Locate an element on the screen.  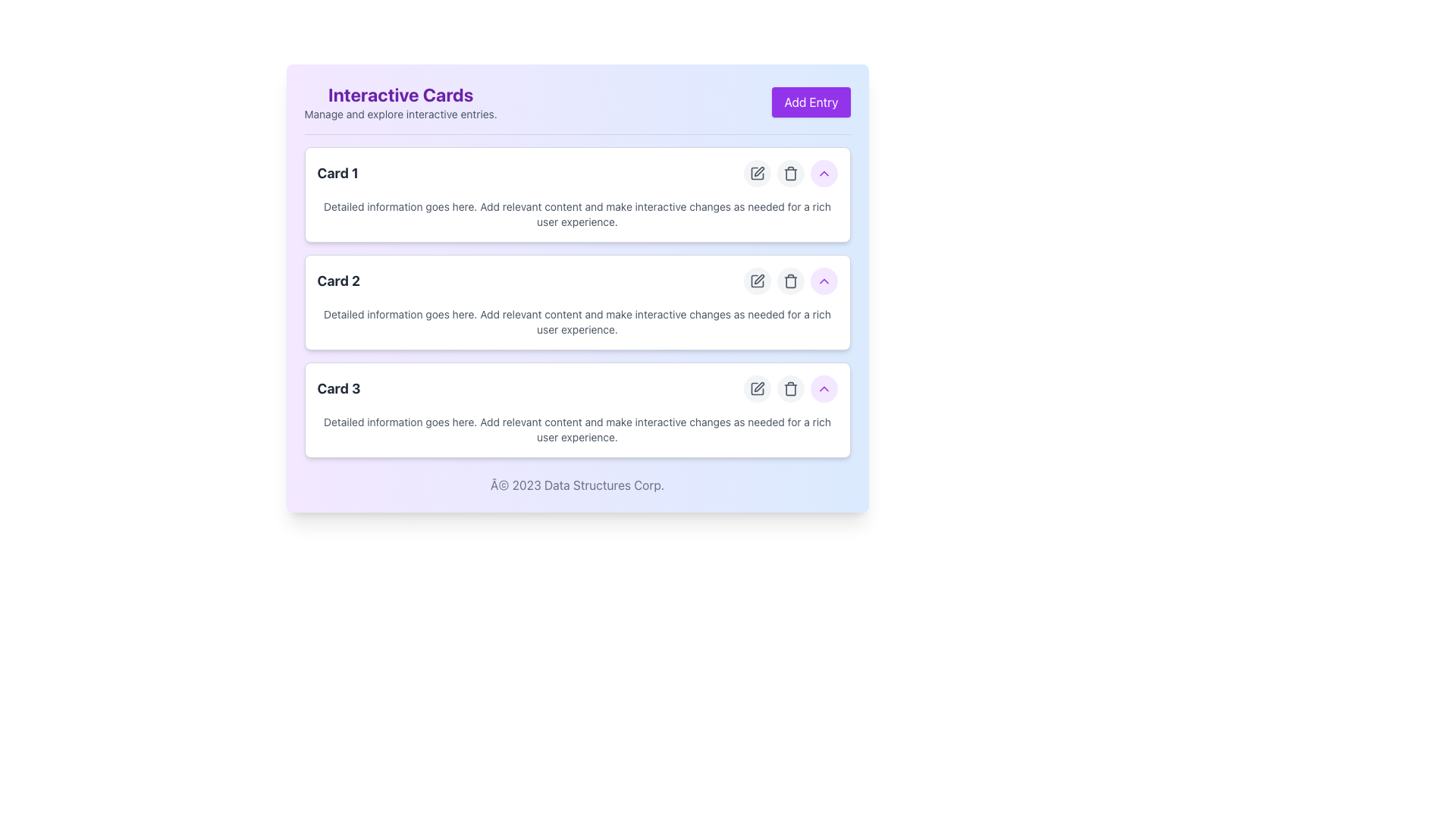
the trash icon located within the circular button at the far right of the third card in the vertically stacked card list is located at coordinates (789, 388).